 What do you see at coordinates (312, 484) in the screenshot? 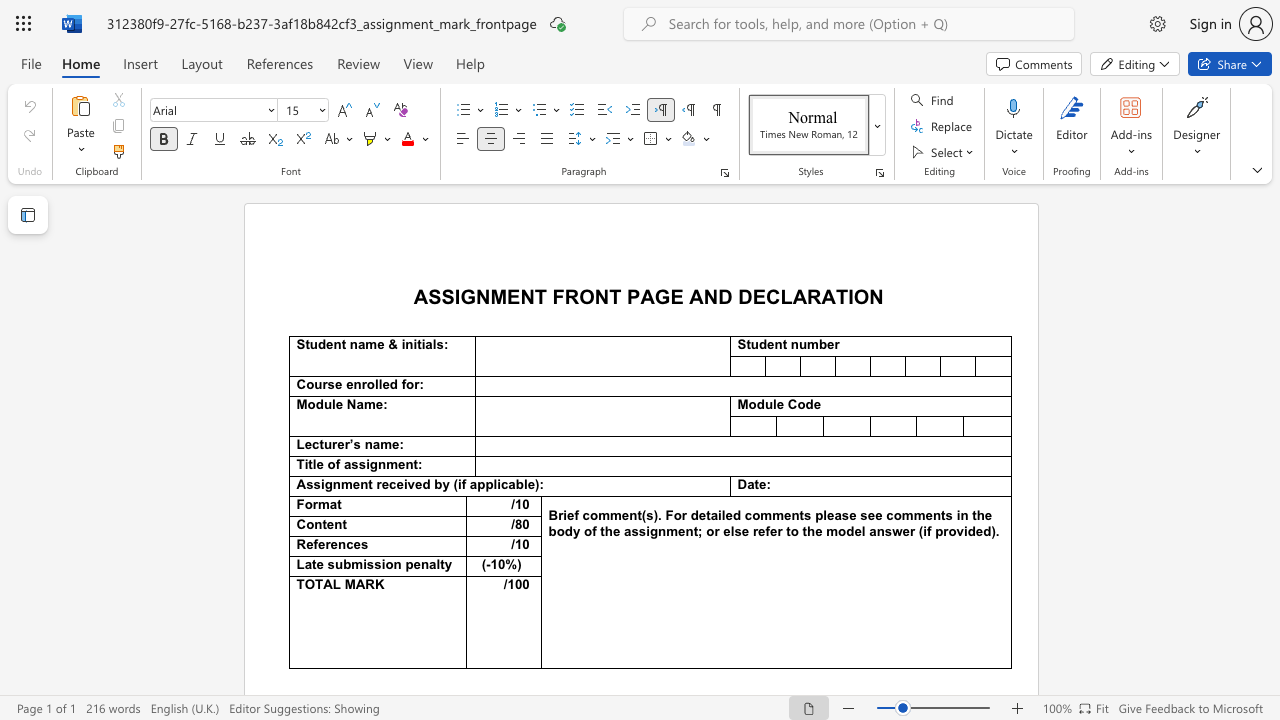
I see `the subset text "signmen" within the text "Assignment received by"` at bounding box center [312, 484].